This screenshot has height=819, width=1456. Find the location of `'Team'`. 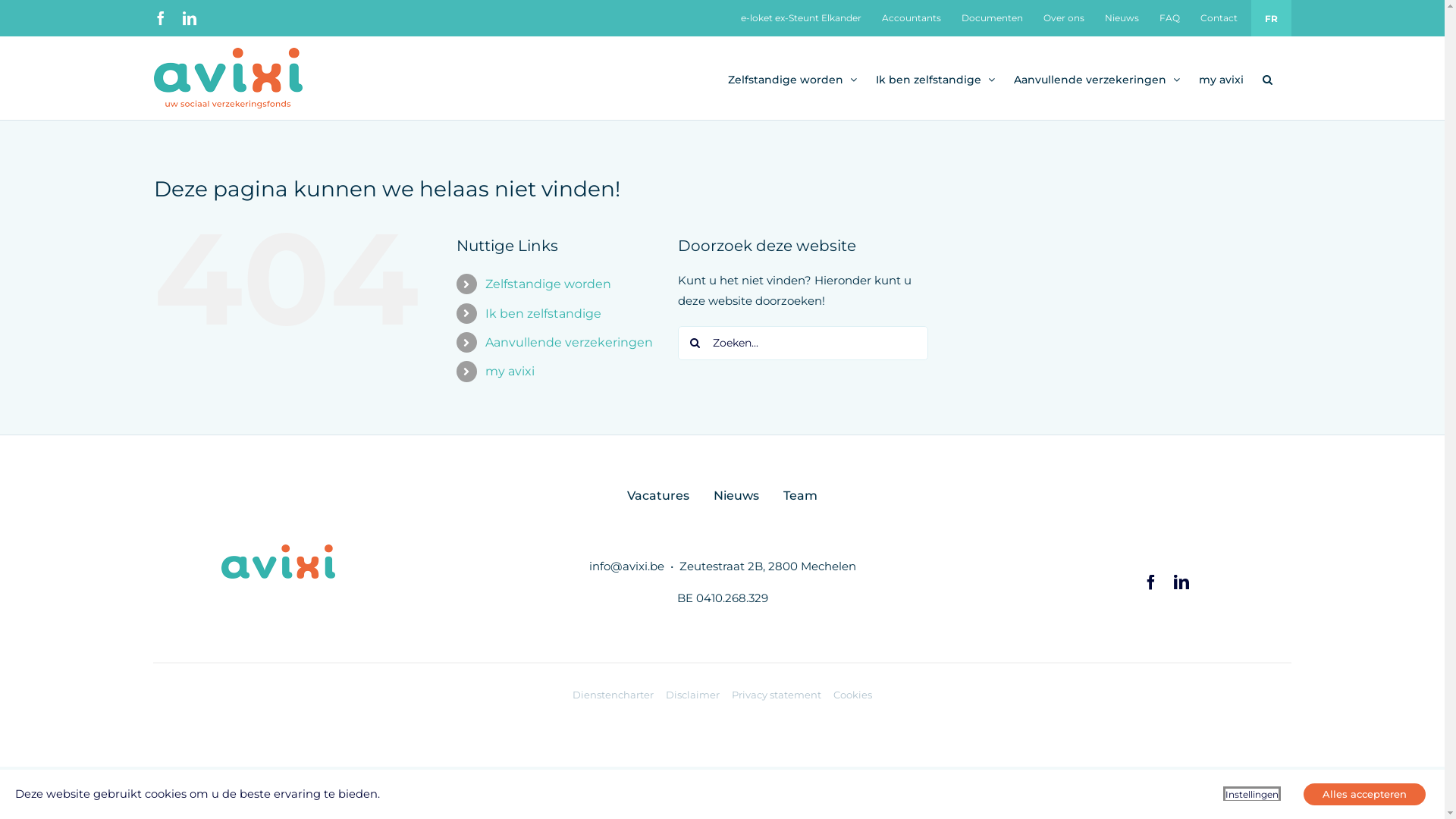

'Team' is located at coordinates (799, 496).